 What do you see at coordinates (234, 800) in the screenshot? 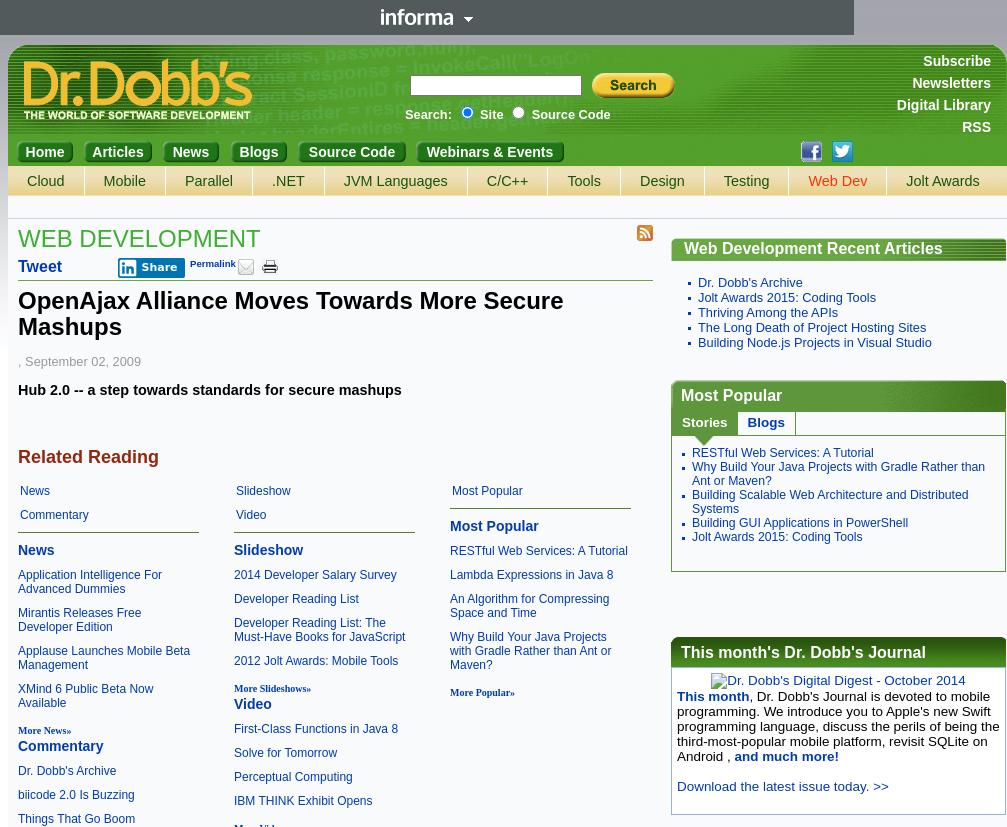
I see `'IBM THINK Exhibit Opens'` at bounding box center [234, 800].